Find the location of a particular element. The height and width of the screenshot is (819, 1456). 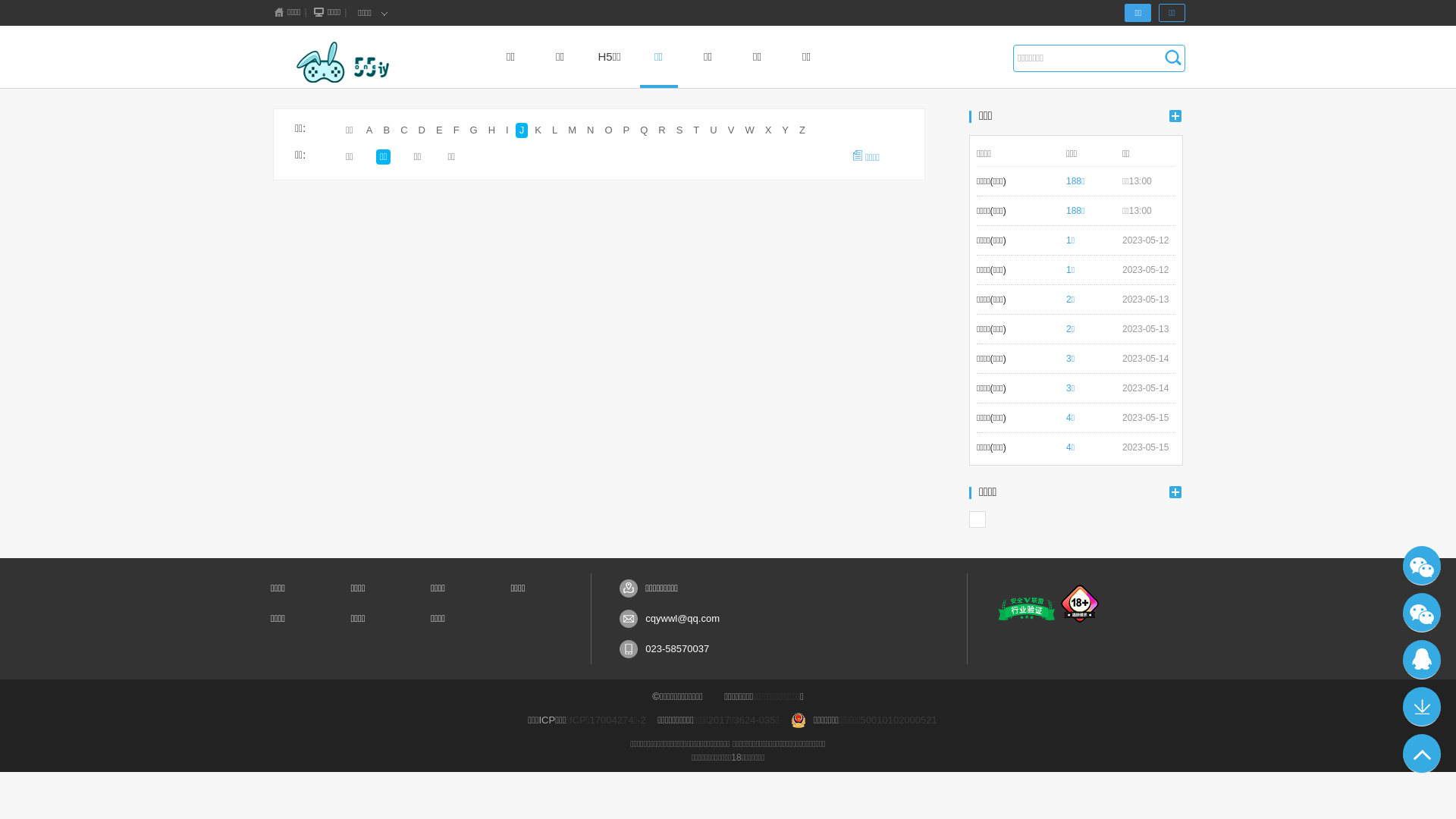

'R' is located at coordinates (661, 130).